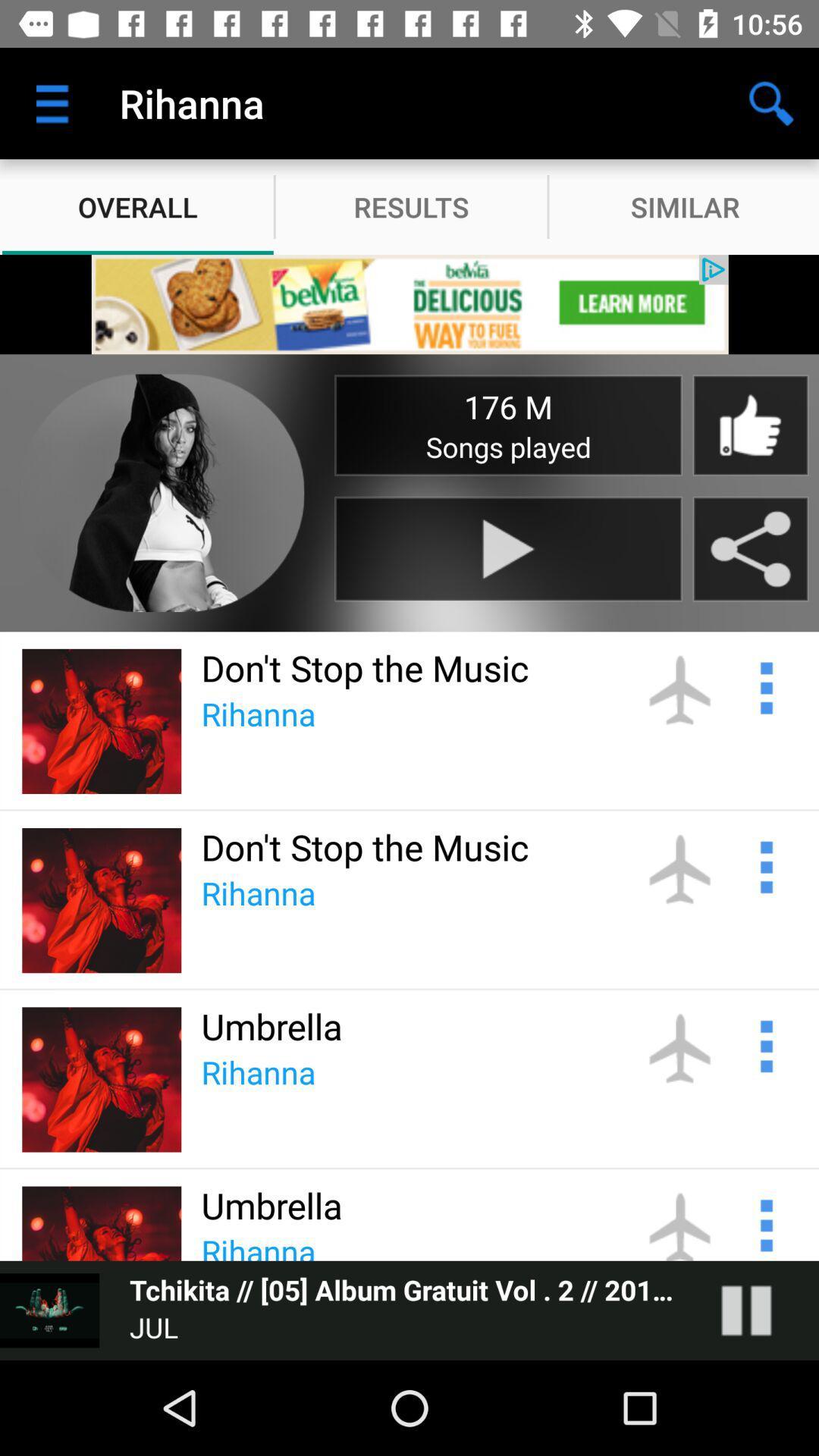 The image size is (819, 1456). Describe the element at coordinates (749, 425) in the screenshot. I see `like` at that location.